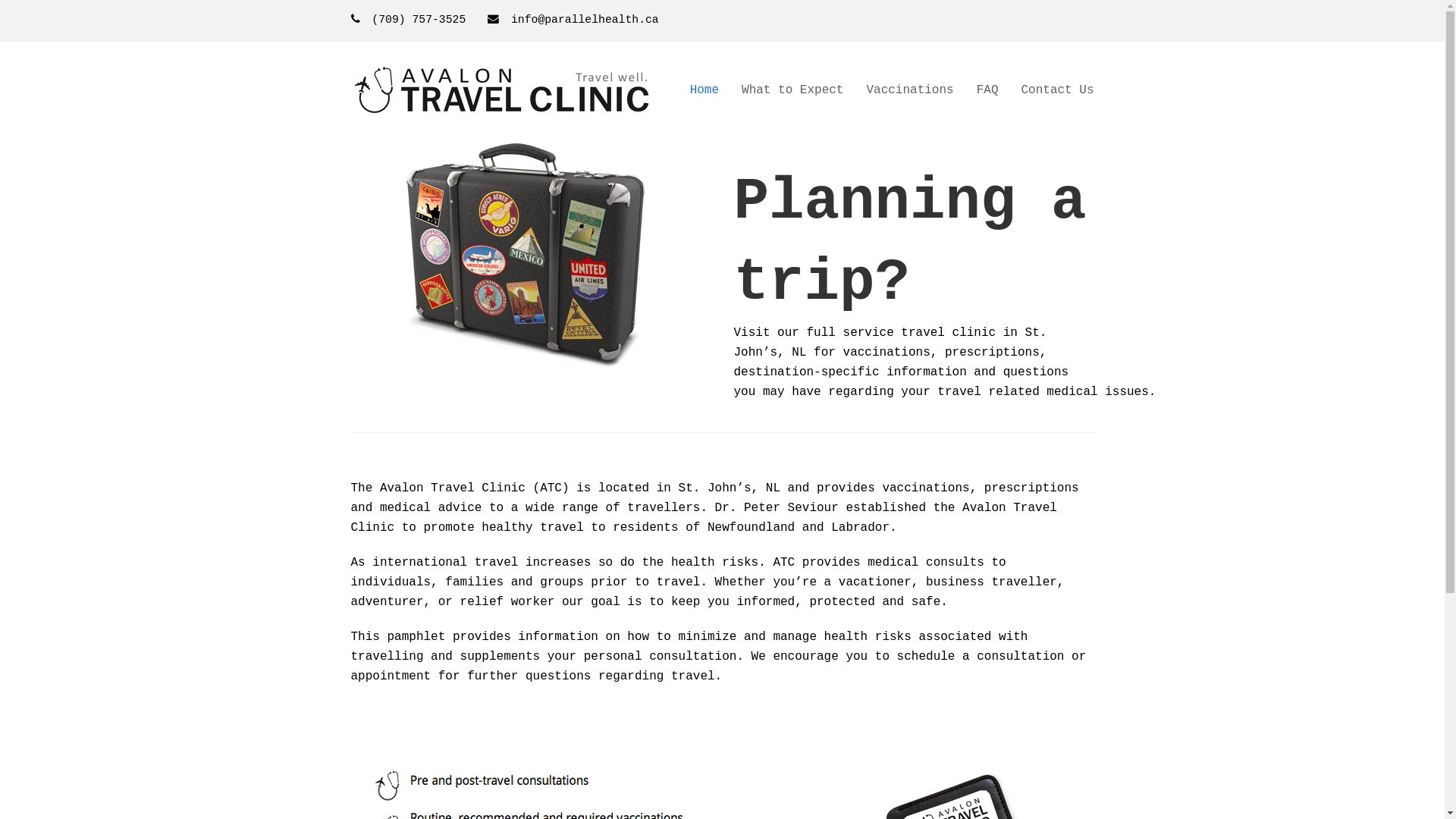  Describe the element at coordinates (792, 90) in the screenshot. I see `'What to Expect'` at that location.